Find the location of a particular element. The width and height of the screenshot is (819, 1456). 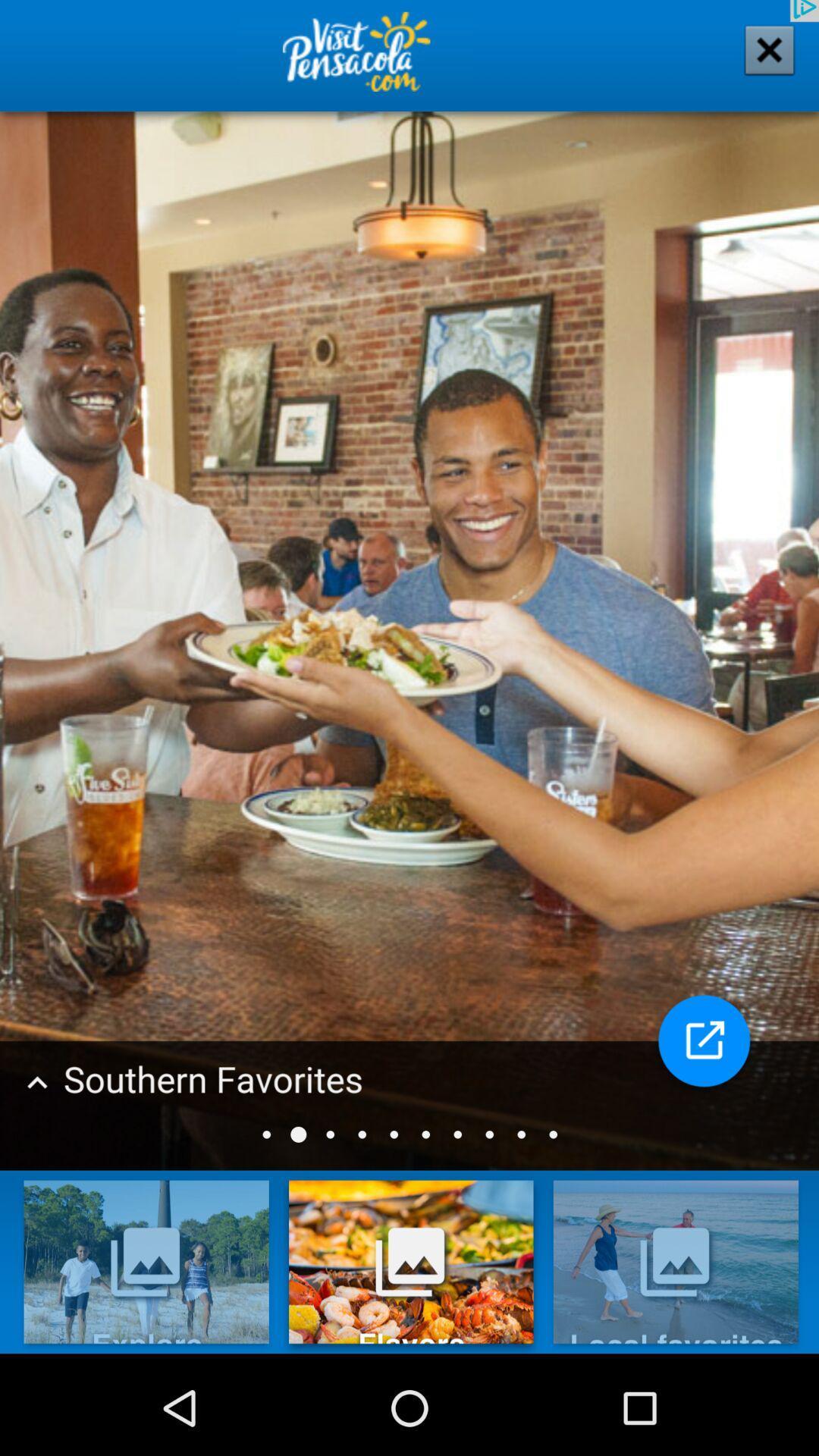

the close icon is located at coordinates (759, 63).